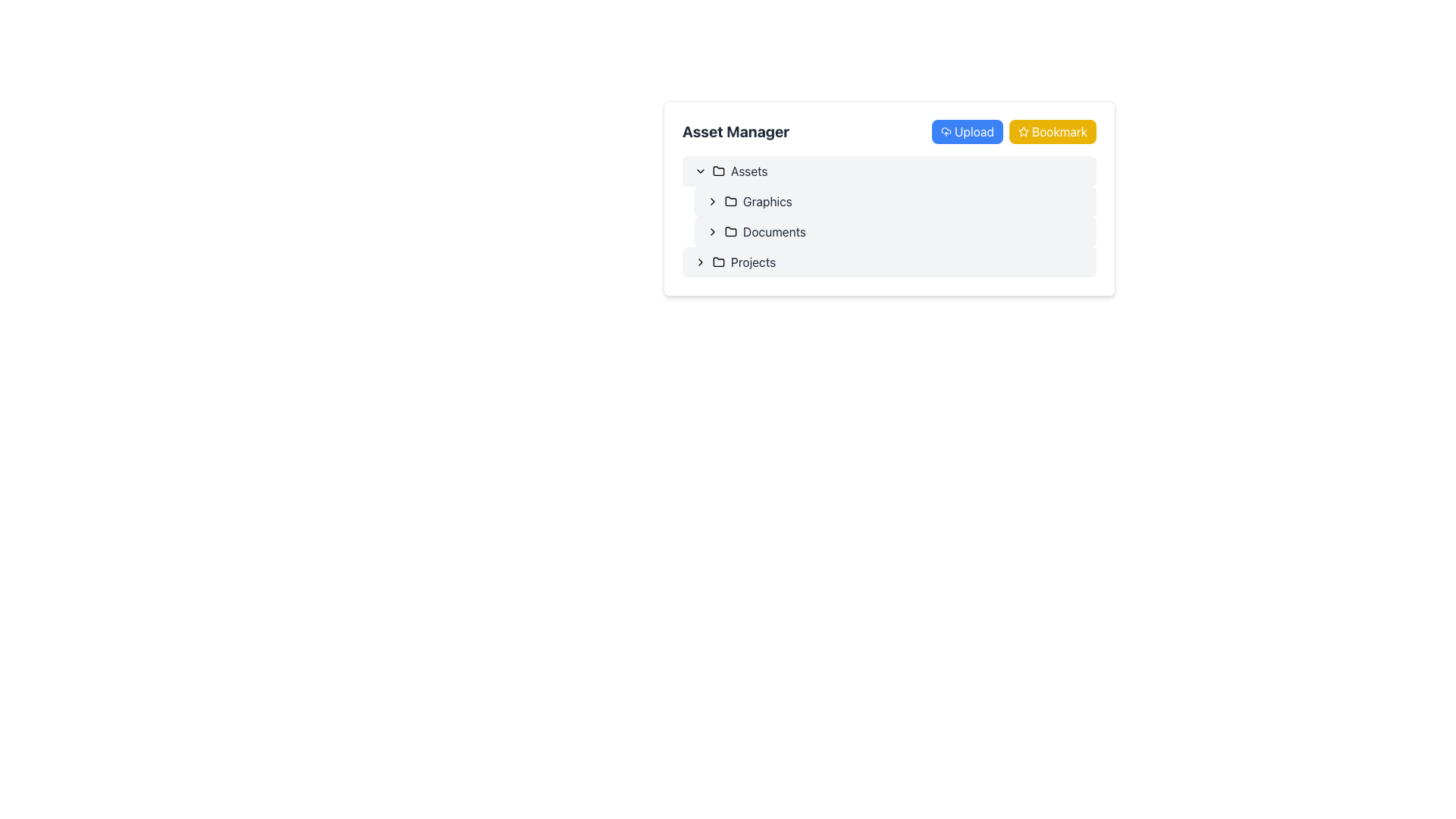  What do you see at coordinates (1014, 130) in the screenshot?
I see `the bright yellow 'Bookmark' button, which features white text and a star icon` at bounding box center [1014, 130].